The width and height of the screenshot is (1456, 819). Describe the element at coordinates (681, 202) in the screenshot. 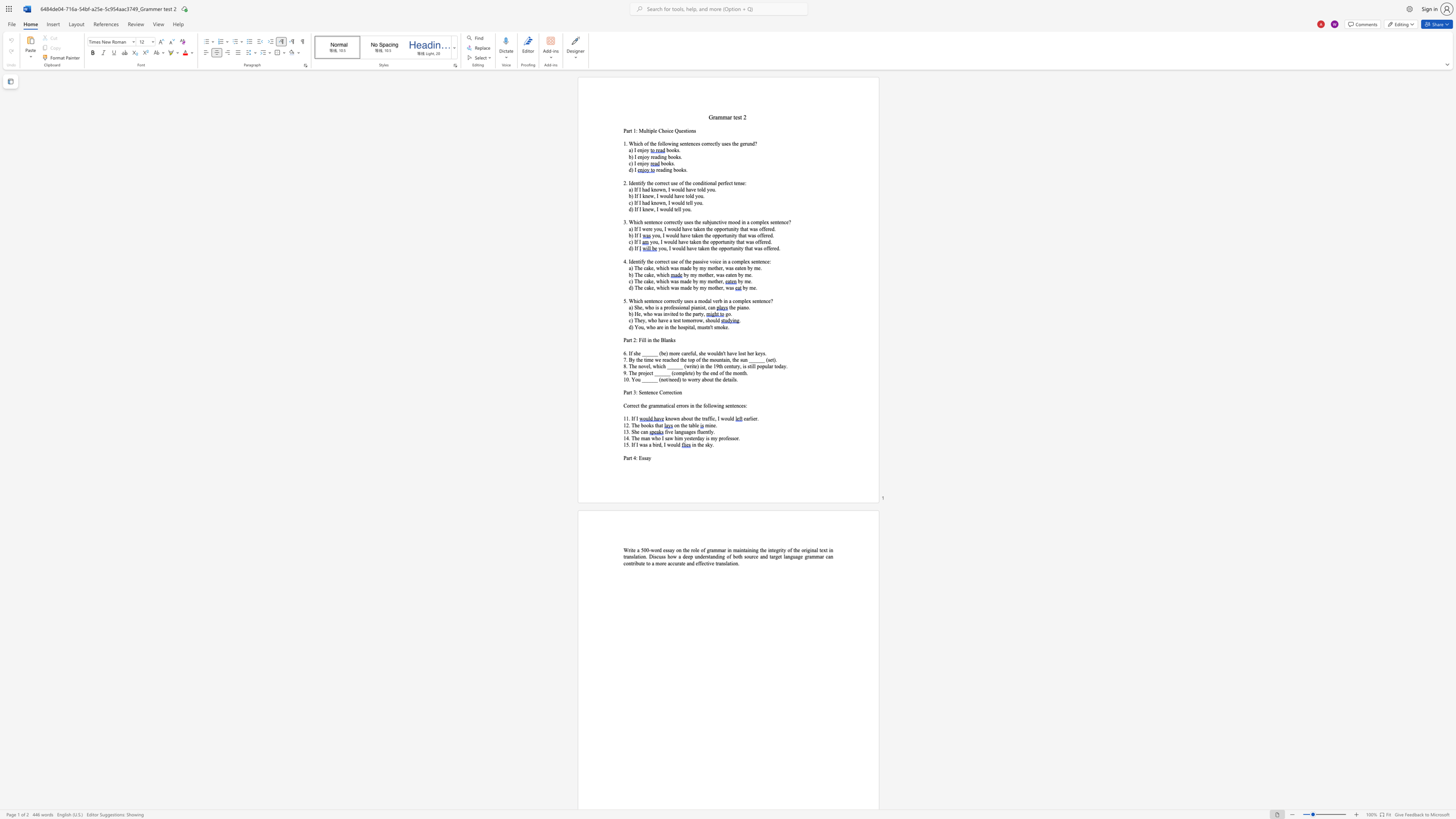

I see `the subset text "d tell yo" within the text "c) If I had known, I would tell you."` at that location.